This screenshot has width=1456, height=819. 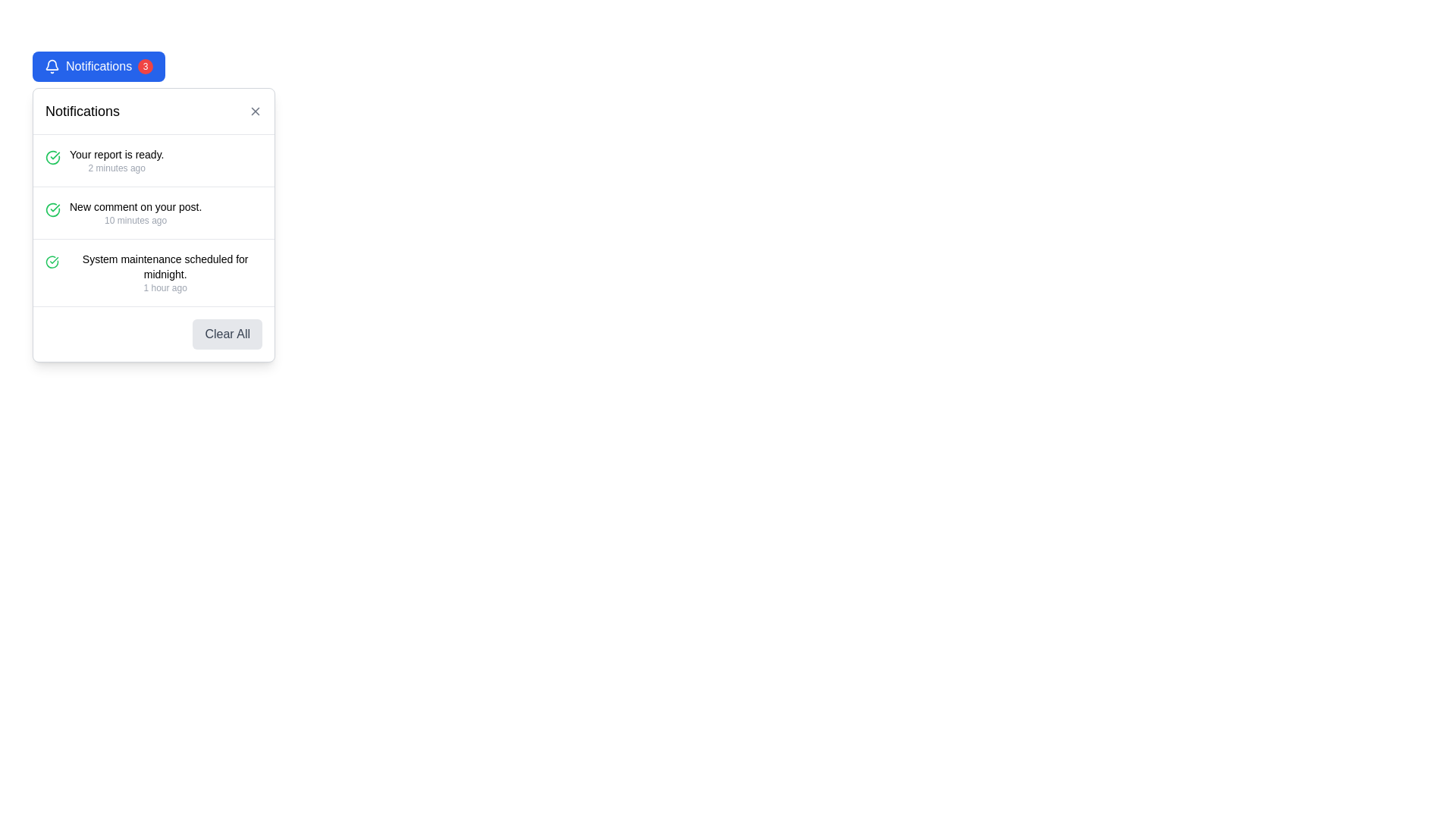 I want to click on the static text label that provides information about the readiness of a report in the notifications panel, so click(x=116, y=155).